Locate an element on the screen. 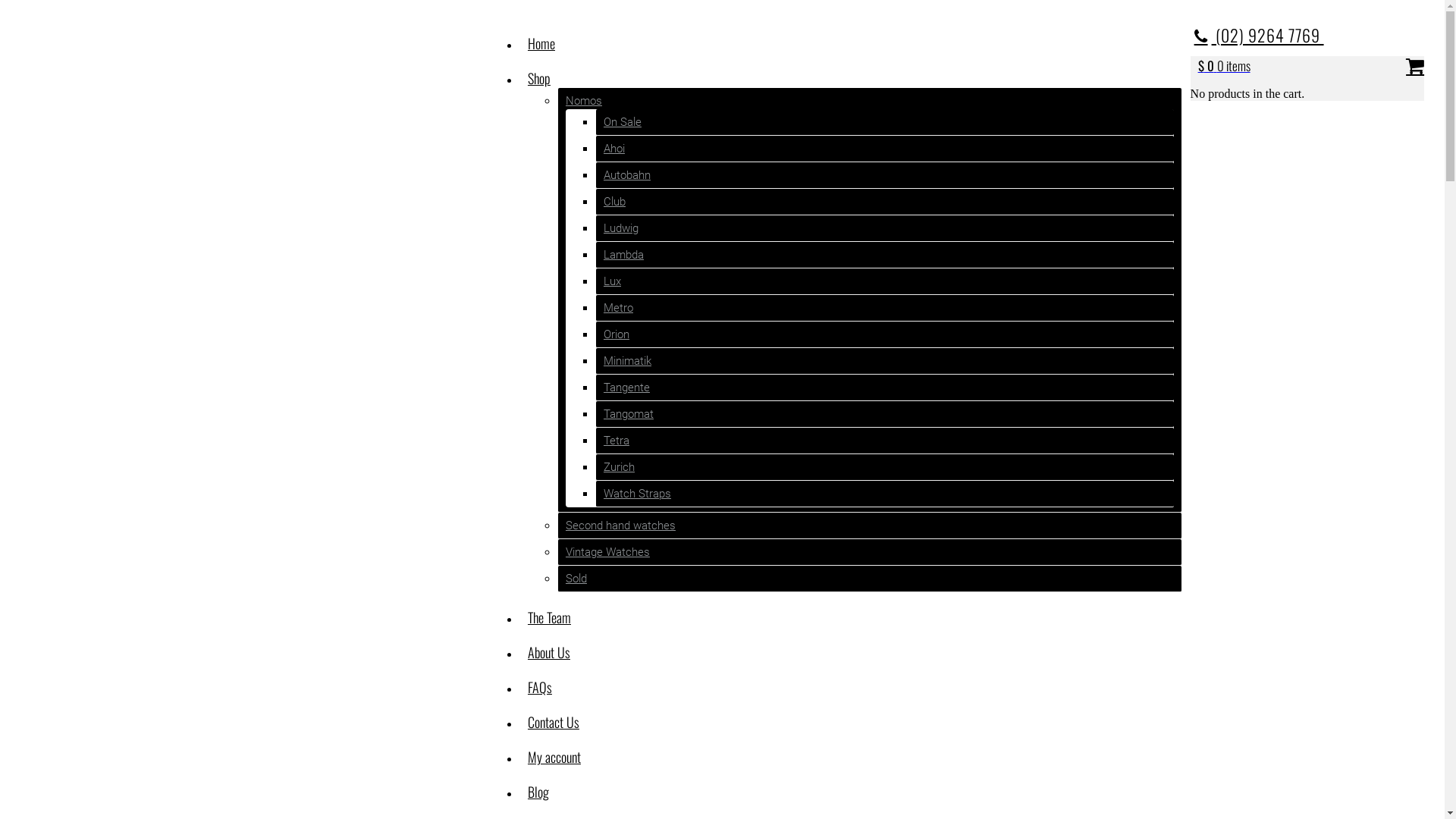  'Vintage Watches' is located at coordinates (564, 552).